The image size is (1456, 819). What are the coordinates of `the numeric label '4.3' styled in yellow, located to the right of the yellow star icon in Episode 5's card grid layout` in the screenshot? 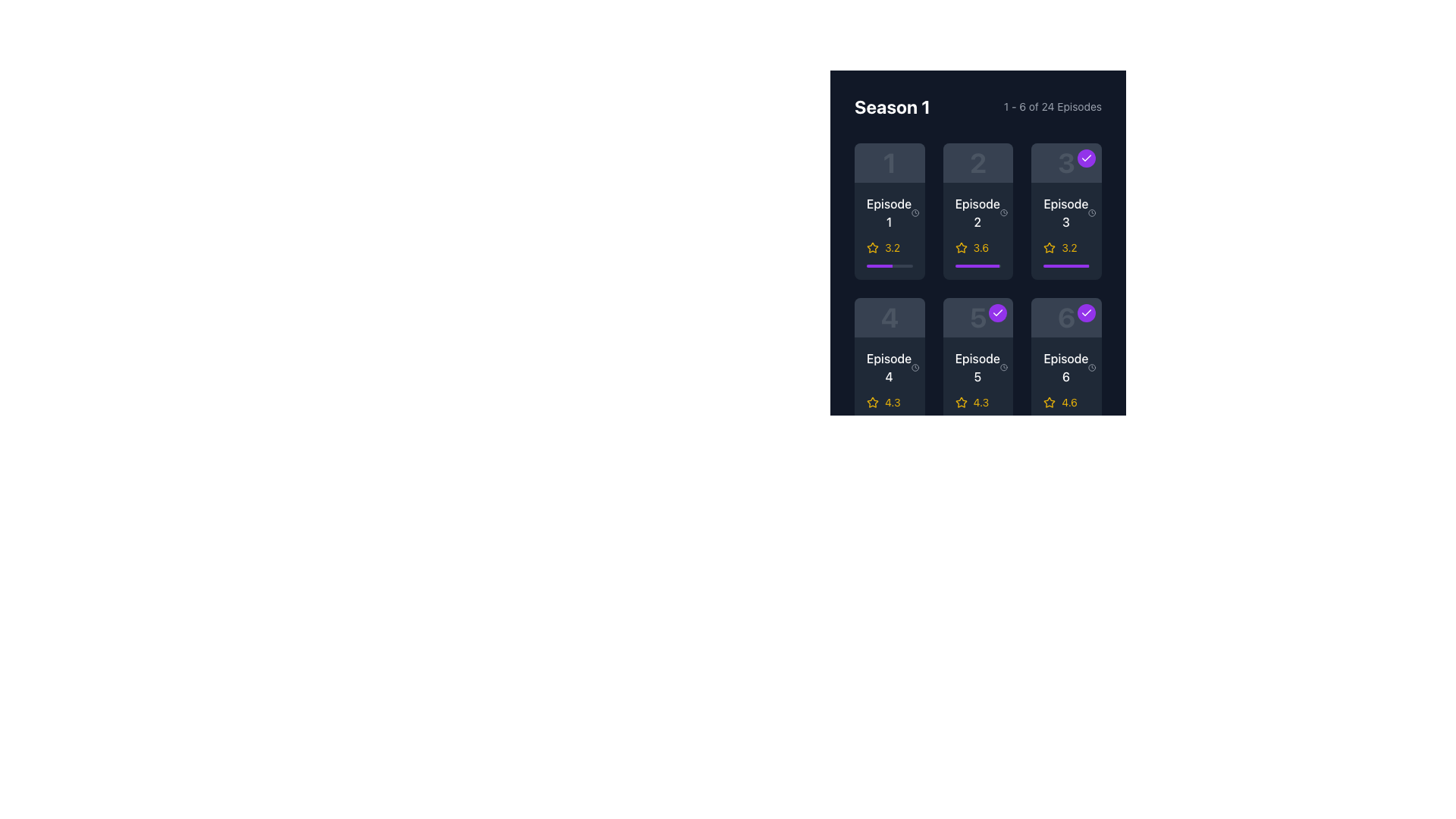 It's located at (893, 402).